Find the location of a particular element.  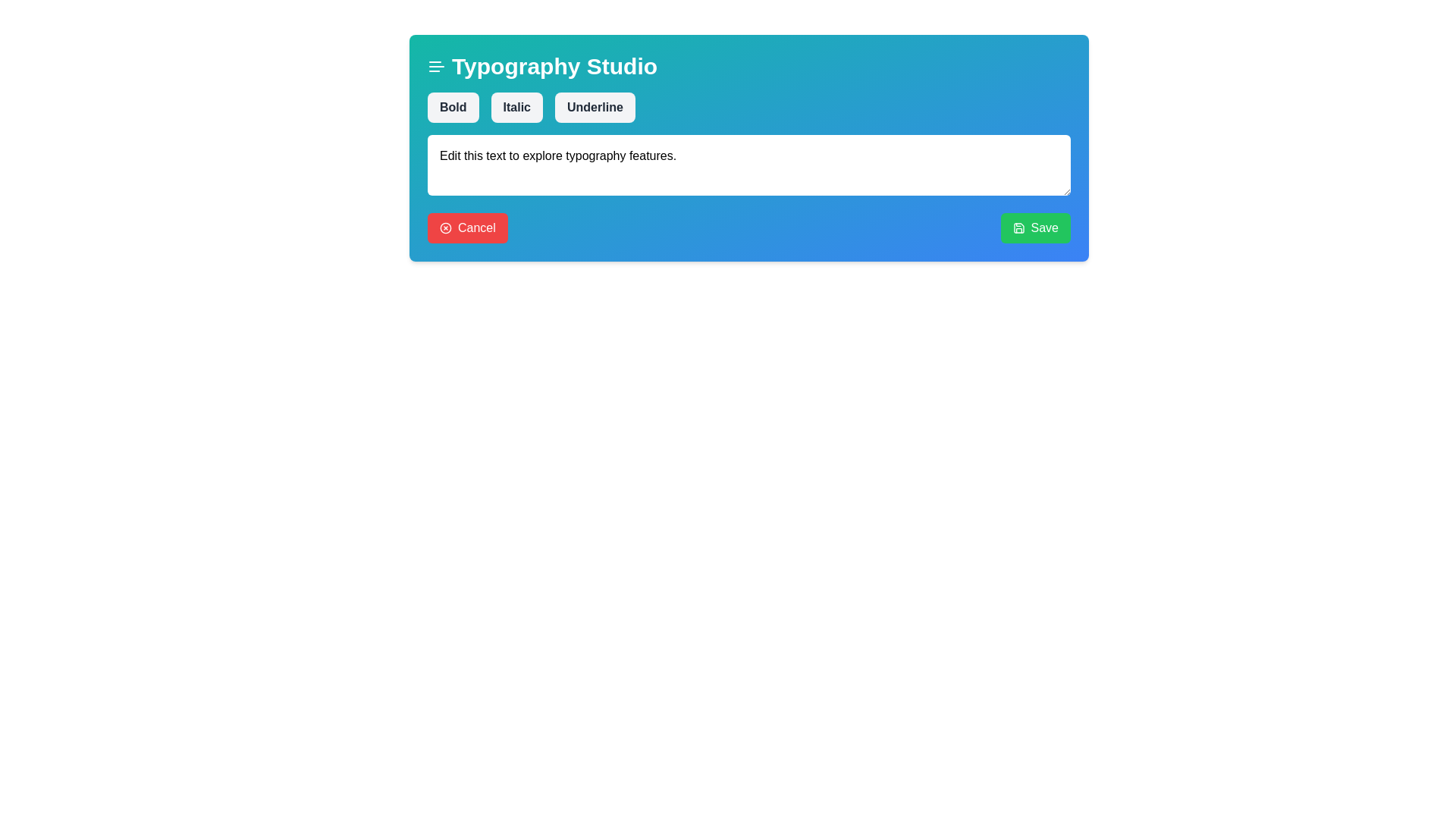

the 'Italic' button, which is the second button in a horizontal row of three buttons beneath the 'Typography Studio' header is located at coordinates (516, 107).